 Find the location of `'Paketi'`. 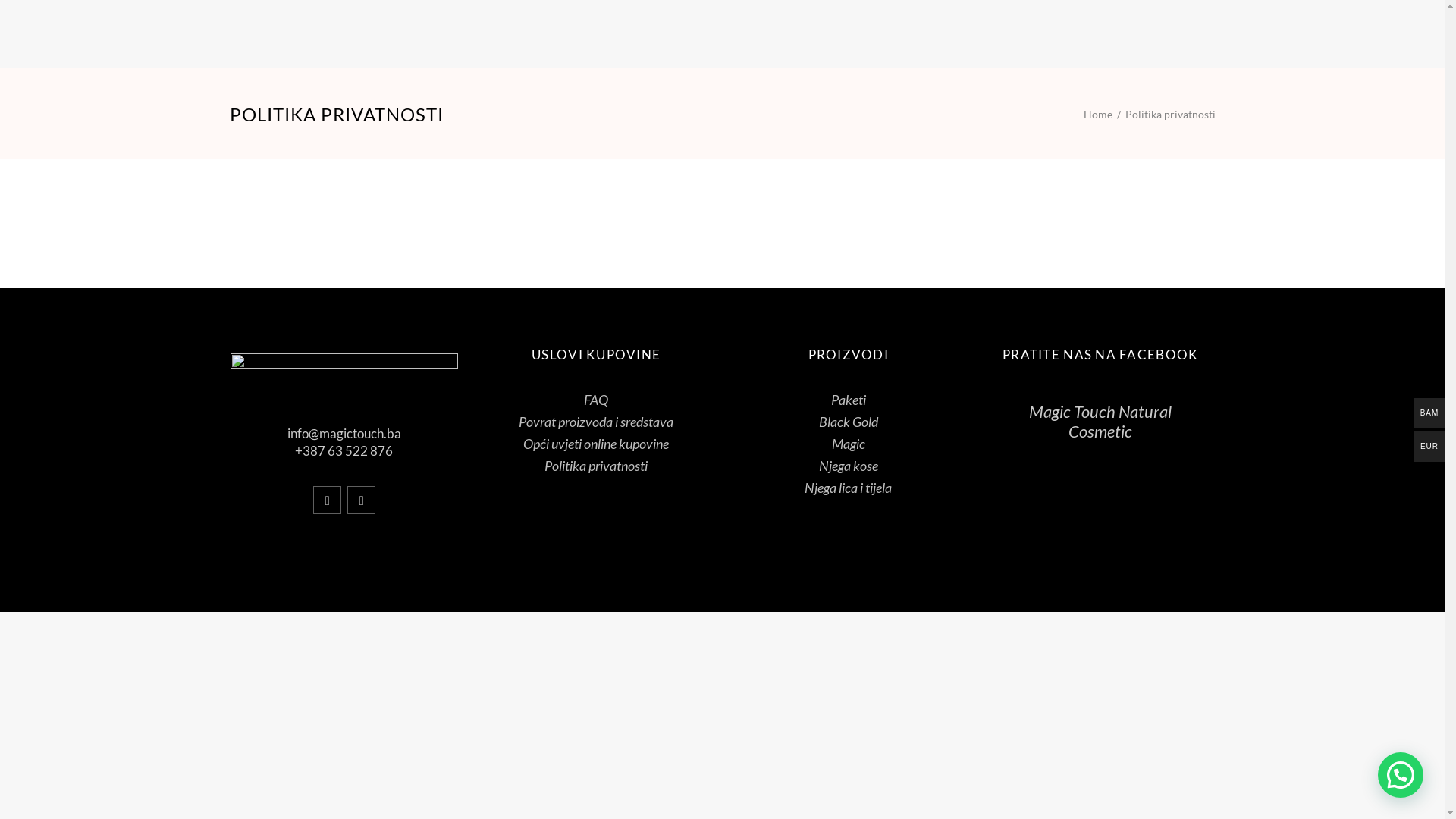

'Paketi' is located at coordinates (830, 399).